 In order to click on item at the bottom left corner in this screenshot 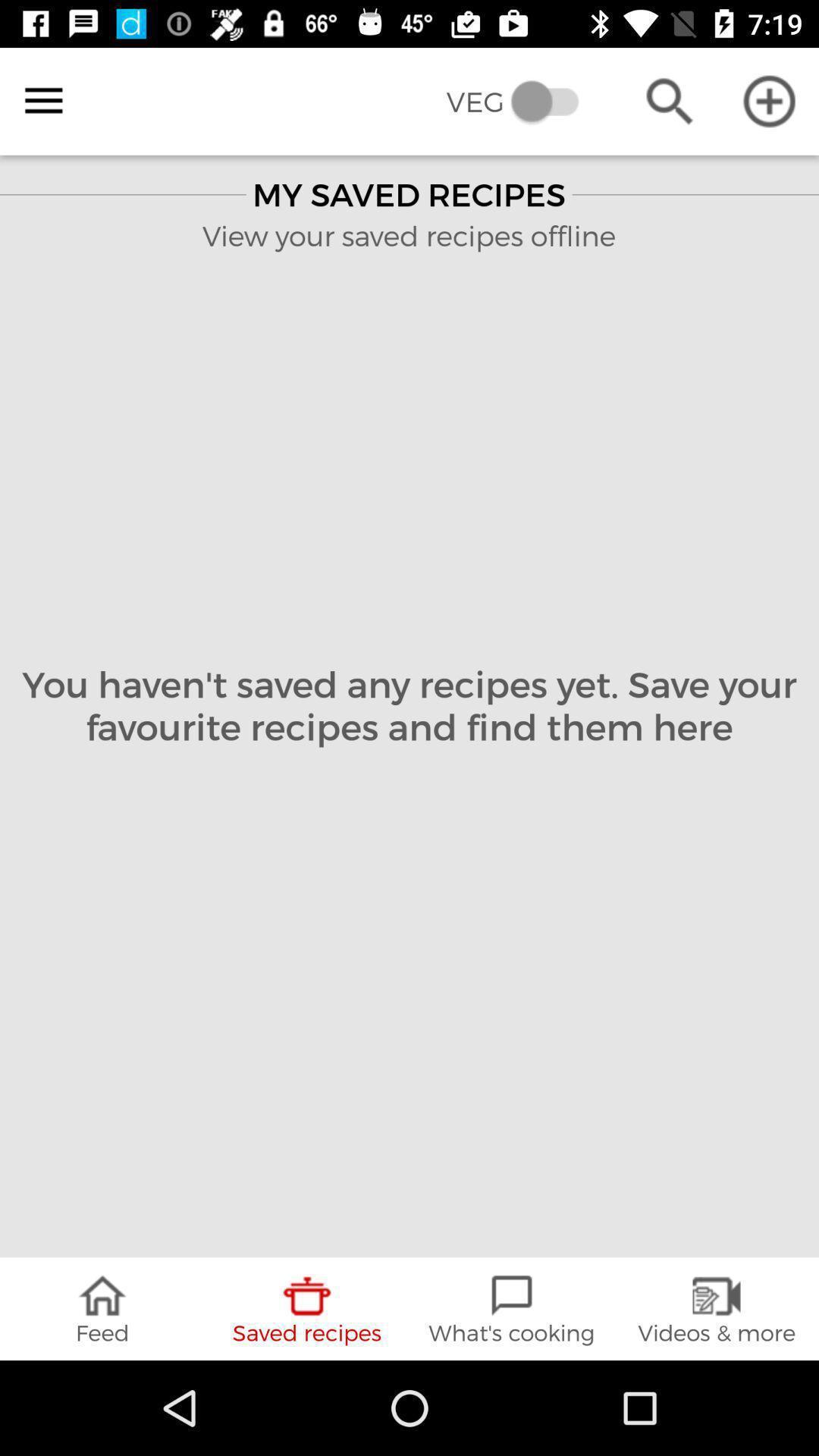, I will do `click(102, 1308)`.